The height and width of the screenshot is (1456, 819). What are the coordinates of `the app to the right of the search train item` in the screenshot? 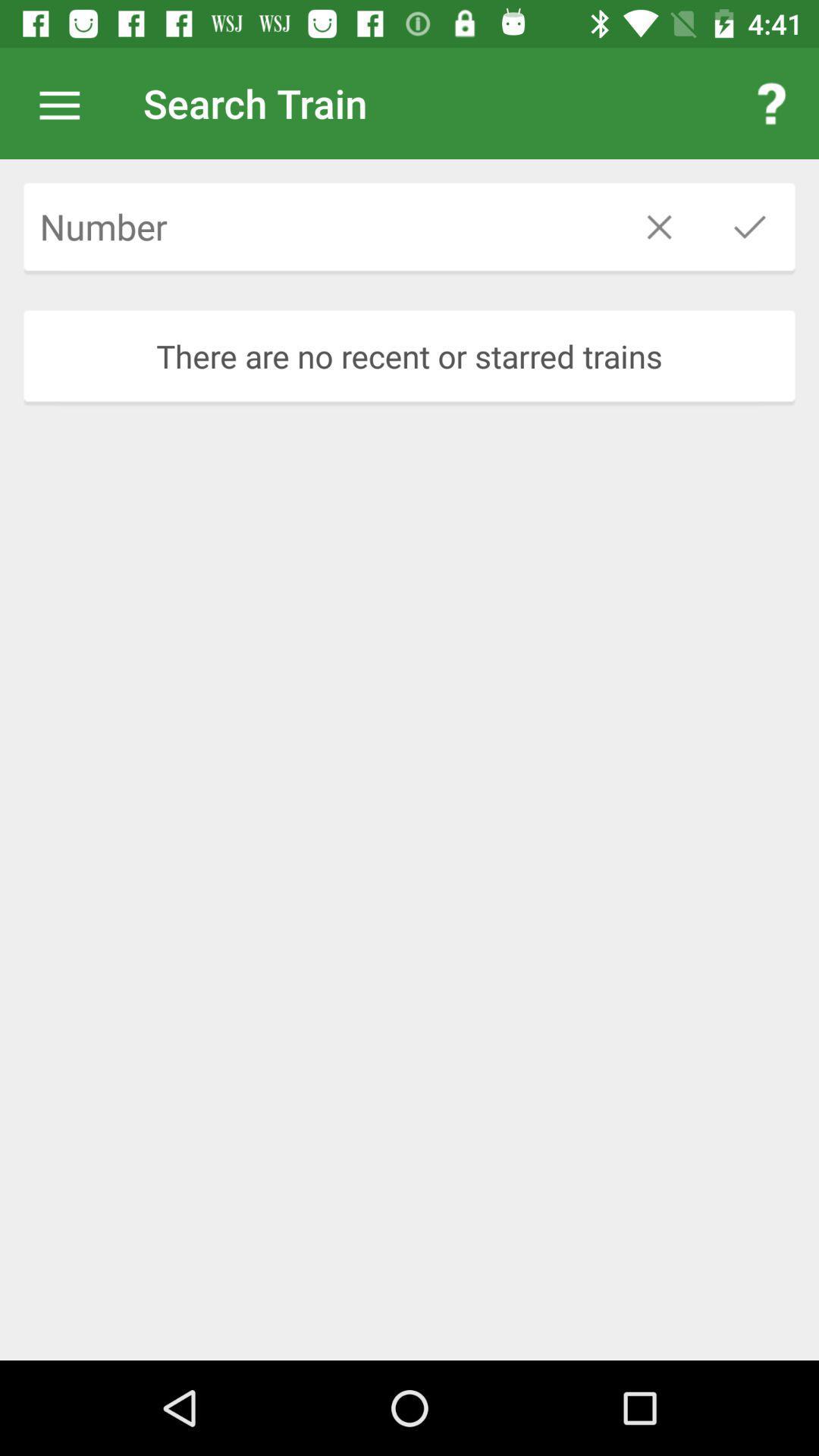 It's located at (771, 102).